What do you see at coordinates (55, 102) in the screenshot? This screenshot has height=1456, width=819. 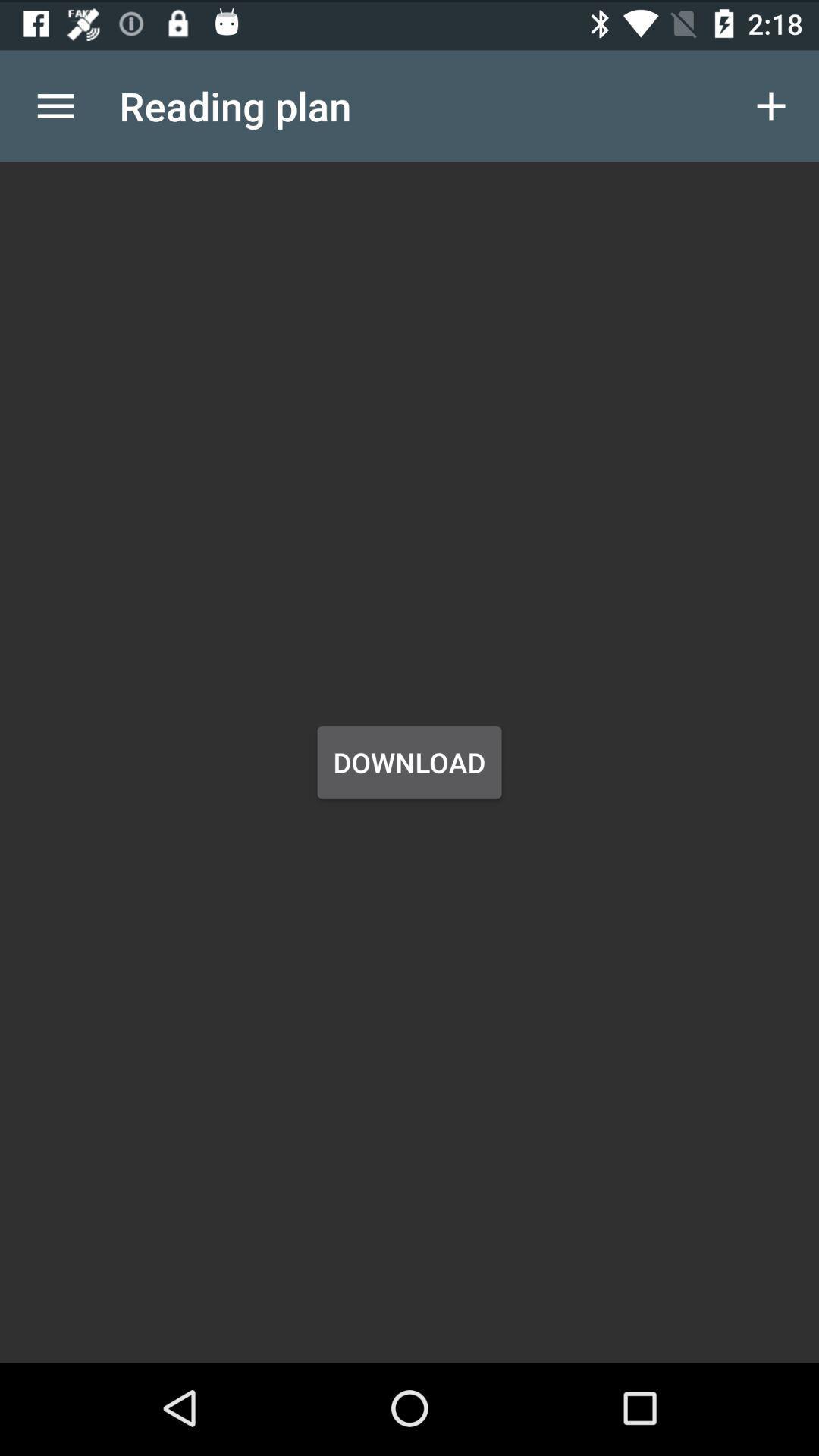 I see `app to the left of the reading plan item` at bounding box center [55, 102].